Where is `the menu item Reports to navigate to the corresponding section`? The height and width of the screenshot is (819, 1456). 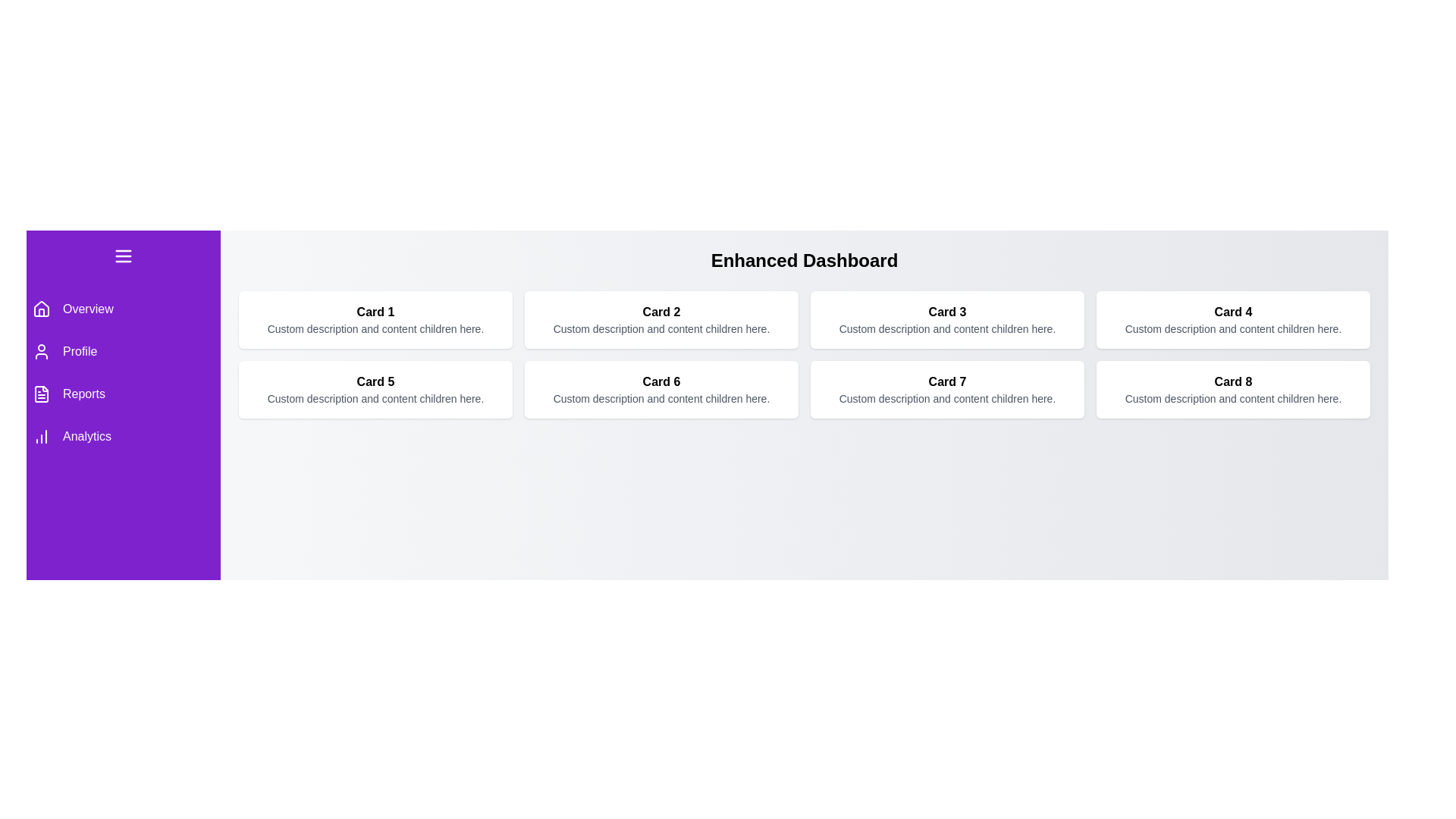 the menu item Reports to navigate to the corresponding section is located at coordinates (124, 394).